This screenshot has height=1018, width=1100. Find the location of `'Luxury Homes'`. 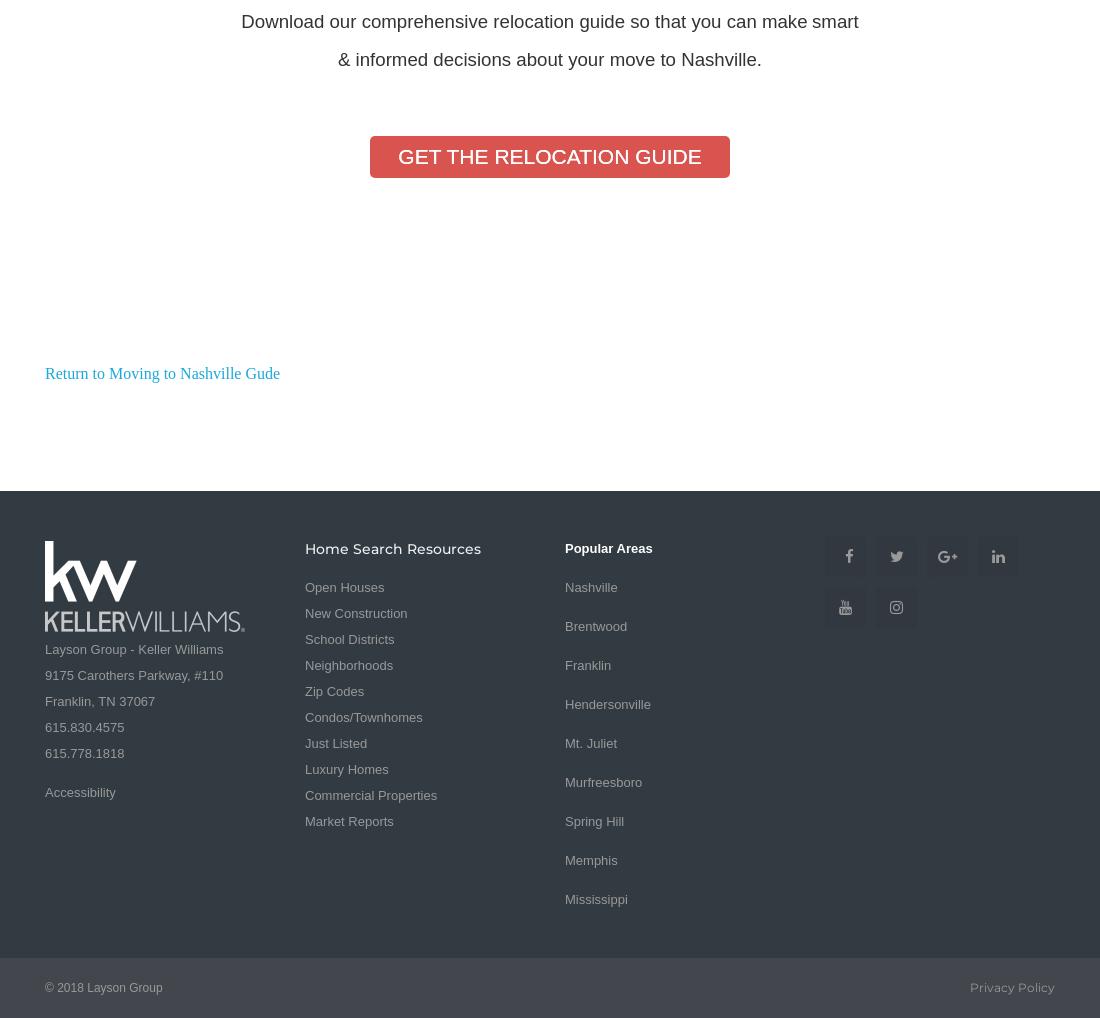

'Luxury Homes' is located at coordinates (346, 768).